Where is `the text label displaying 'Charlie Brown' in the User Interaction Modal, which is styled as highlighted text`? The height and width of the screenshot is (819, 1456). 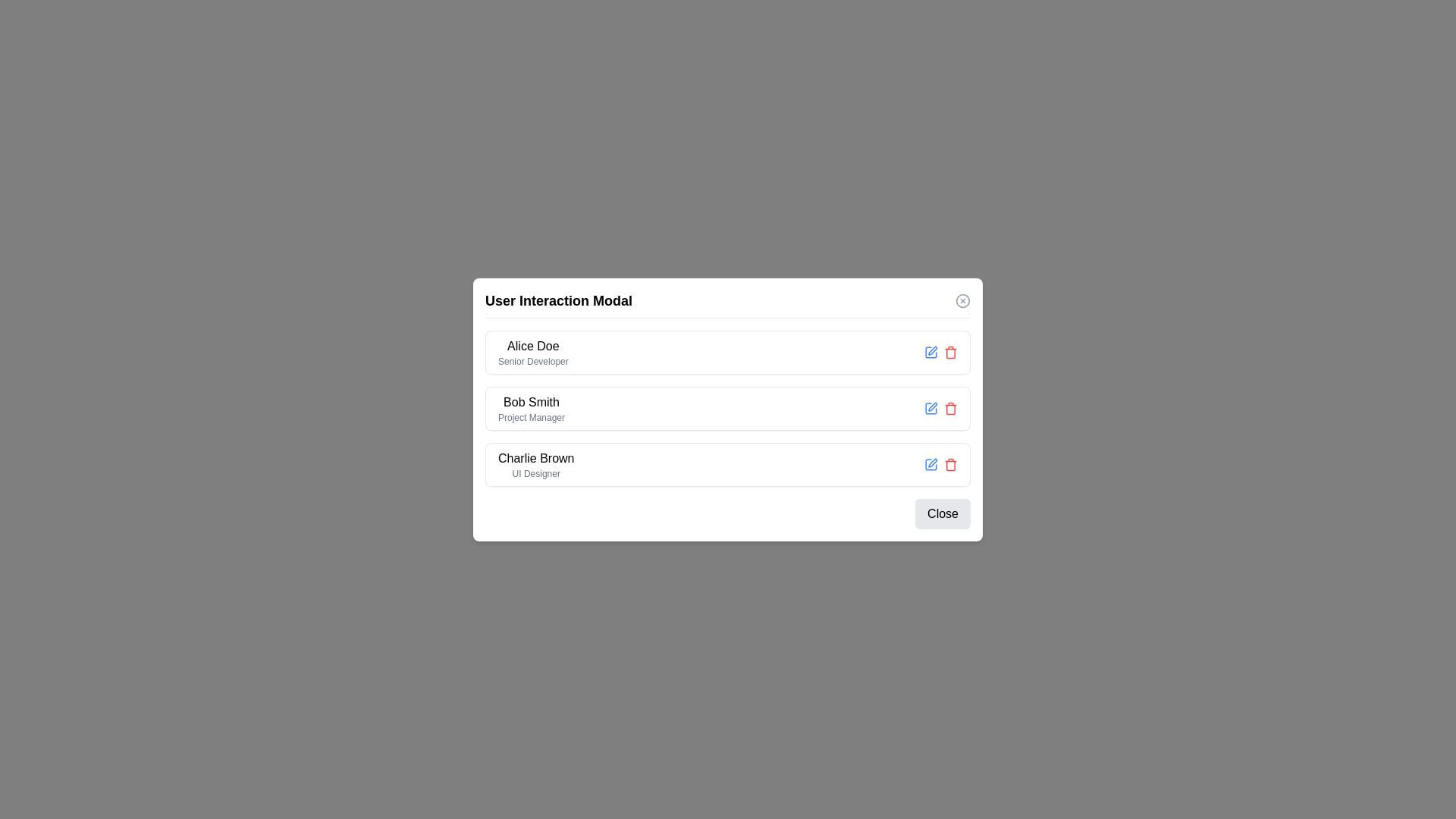 the text label displaying 'Charlie Brown' in the User Interaction Modal, which is styled as highlighted text is located at coordinates (536, 457).